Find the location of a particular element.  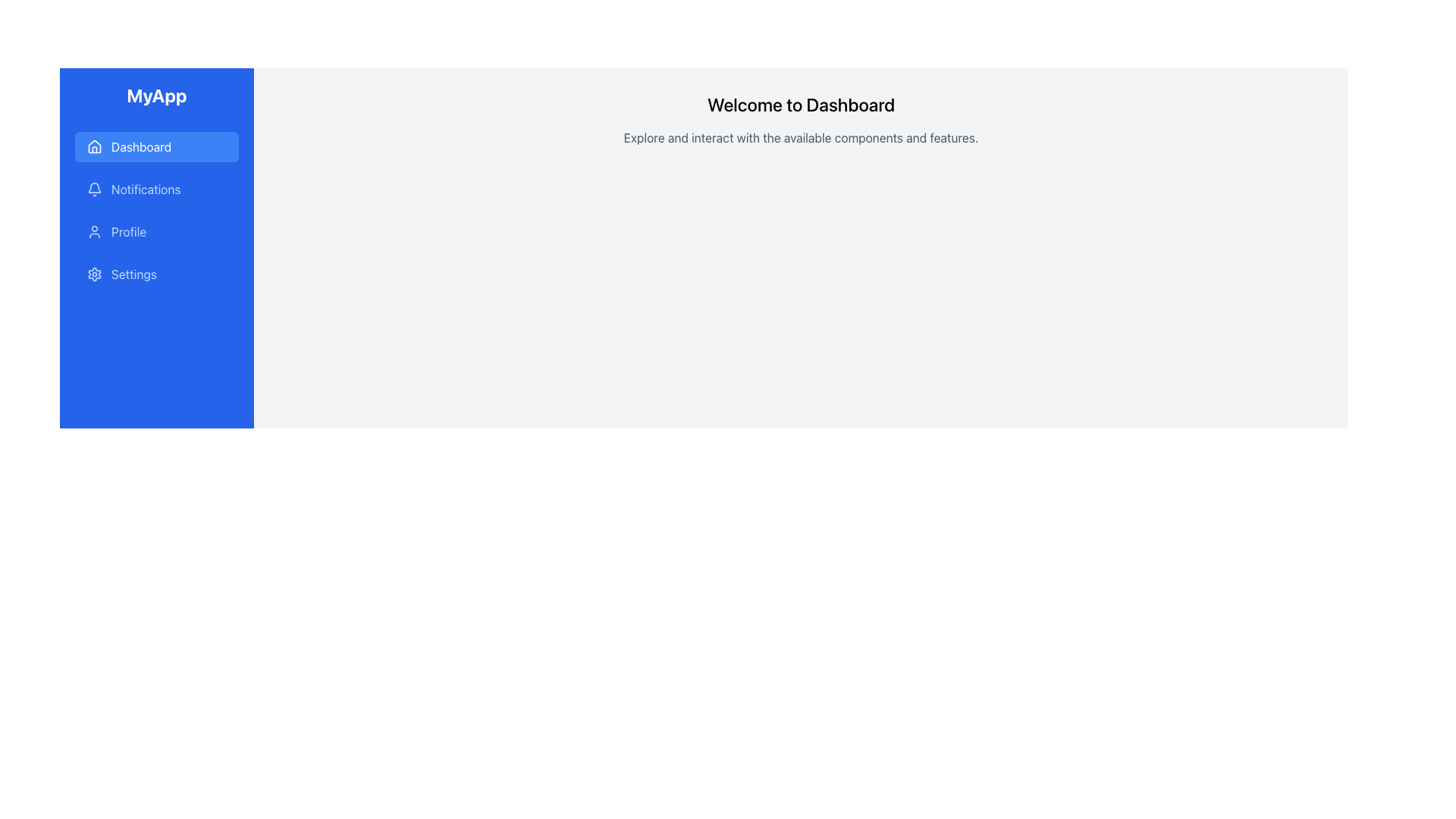

the text label displaying 'Welcome to Dashboard', which serves as a header for the page is located at coordinates (800, 104).